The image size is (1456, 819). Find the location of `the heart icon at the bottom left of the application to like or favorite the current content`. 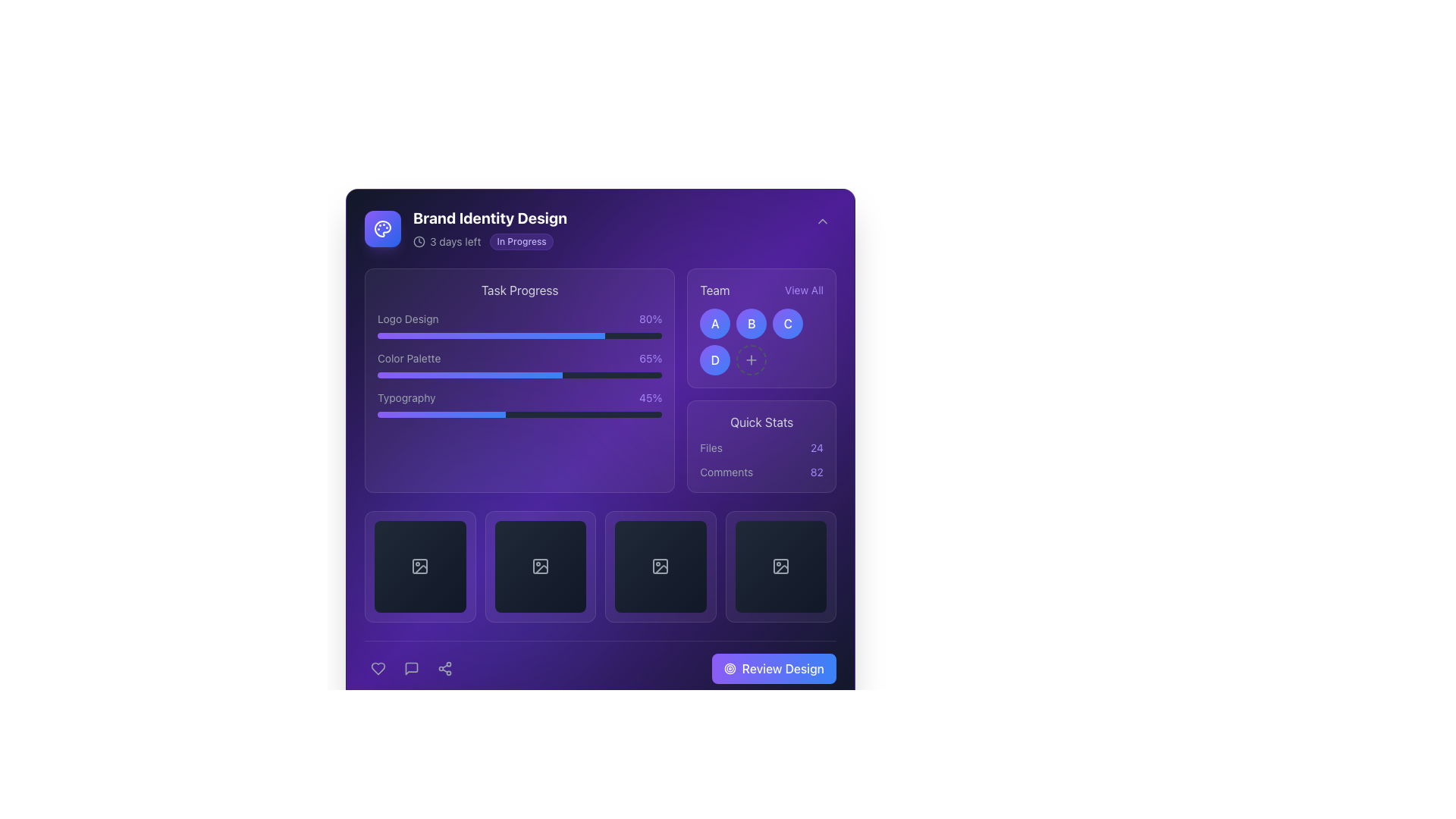

the heart icon at the bottom left of the application to like or favorite the current content is located at coordinates (378, 667).